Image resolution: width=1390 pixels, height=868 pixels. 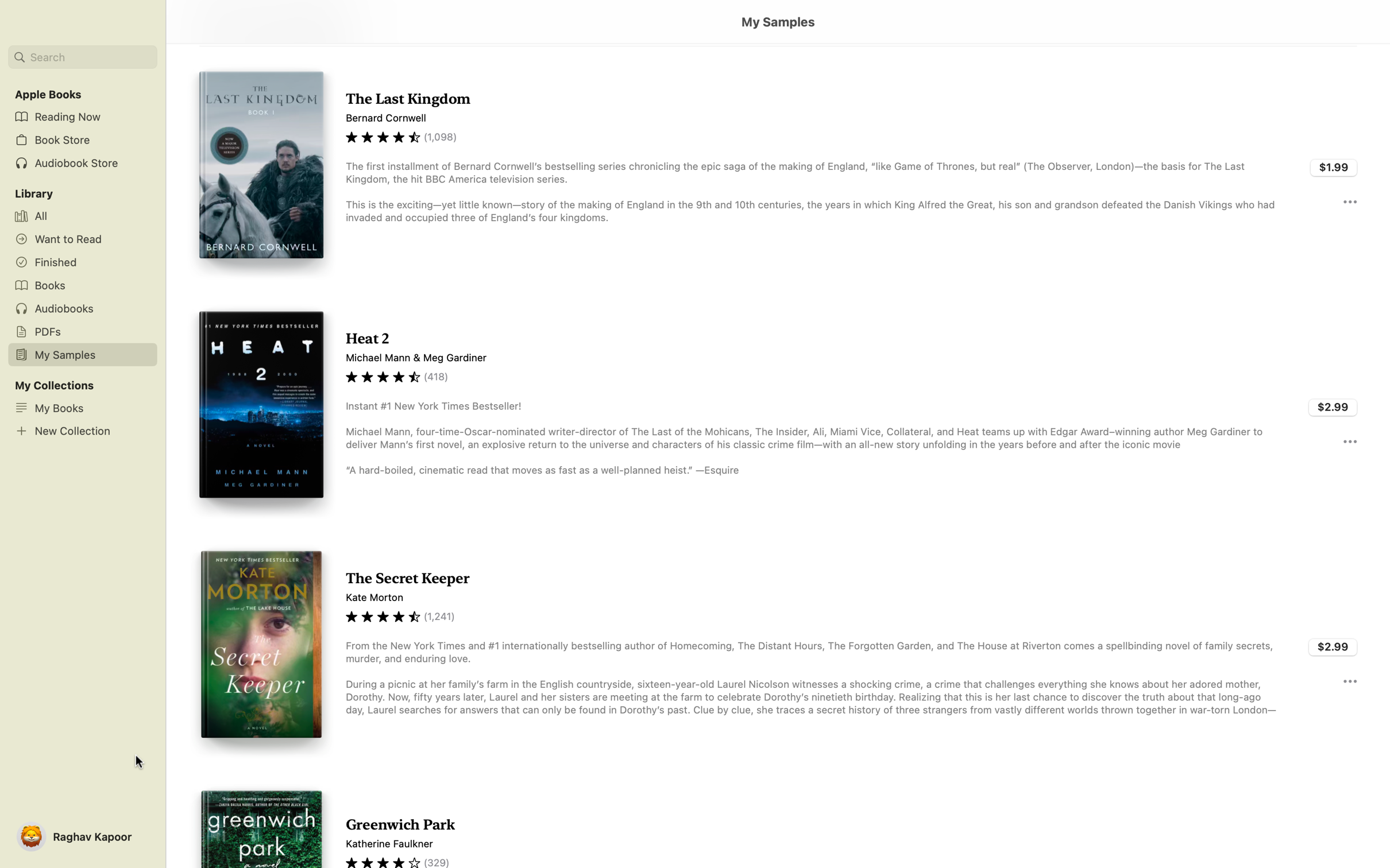 What do you see at coordinates (777, 166) in the screenshot?
I see `a double mouse click to read the preview of Last Kingdom` at bounding box center [777, 166].